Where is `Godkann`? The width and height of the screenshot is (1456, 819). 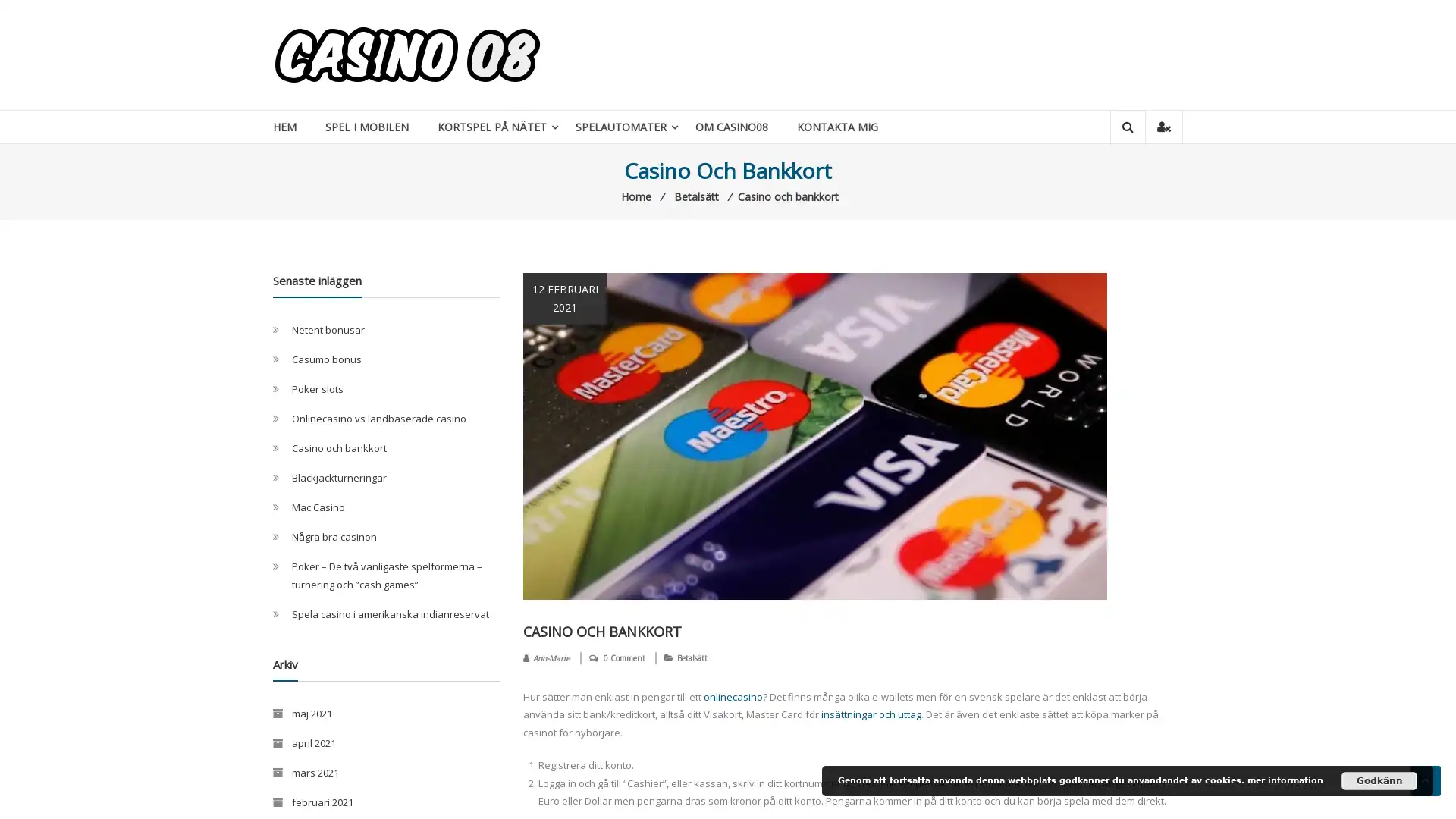
Godkann is located at coordinates (1379, 780).